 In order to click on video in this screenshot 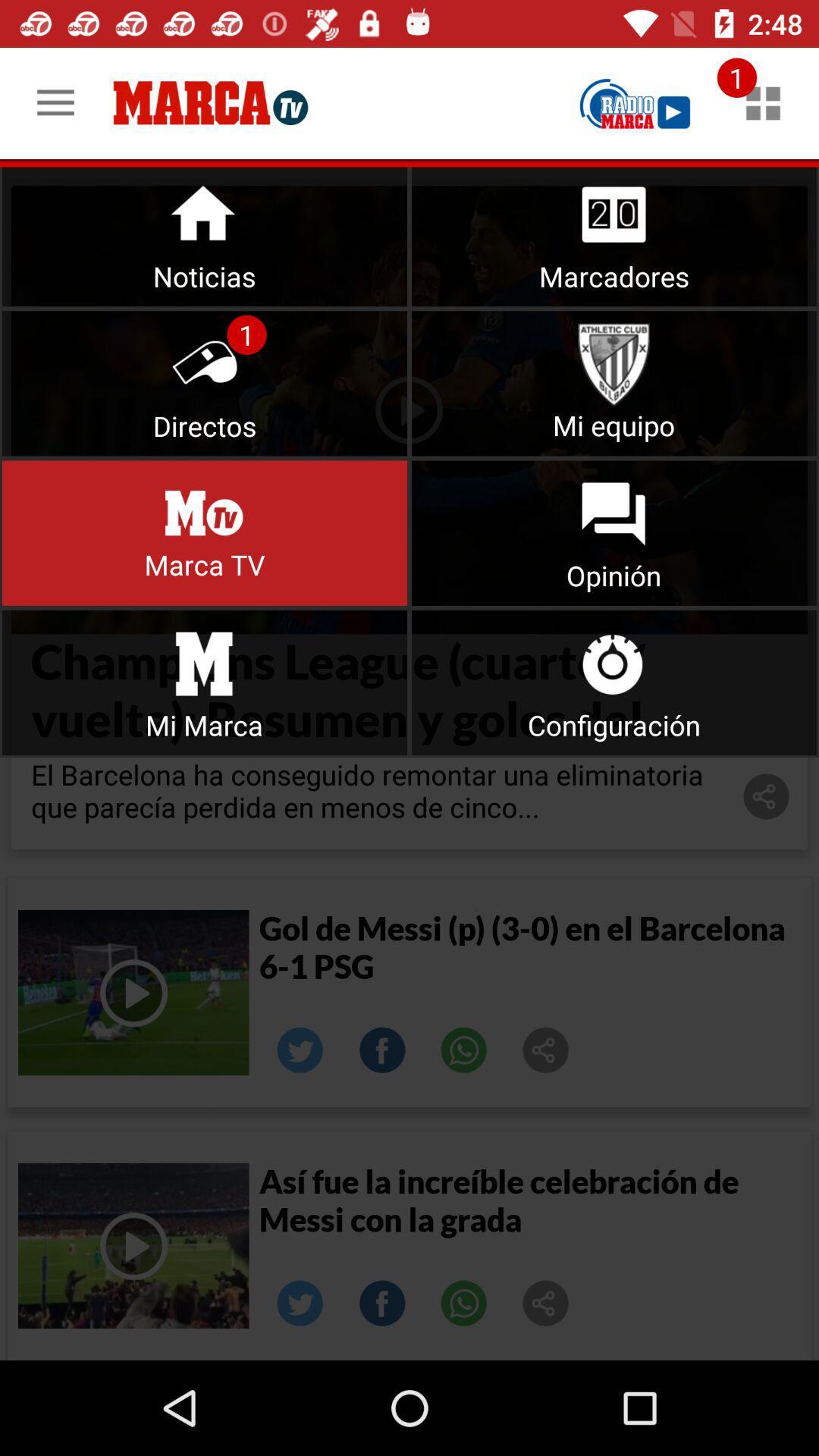, I will do `click(133, 993)`.